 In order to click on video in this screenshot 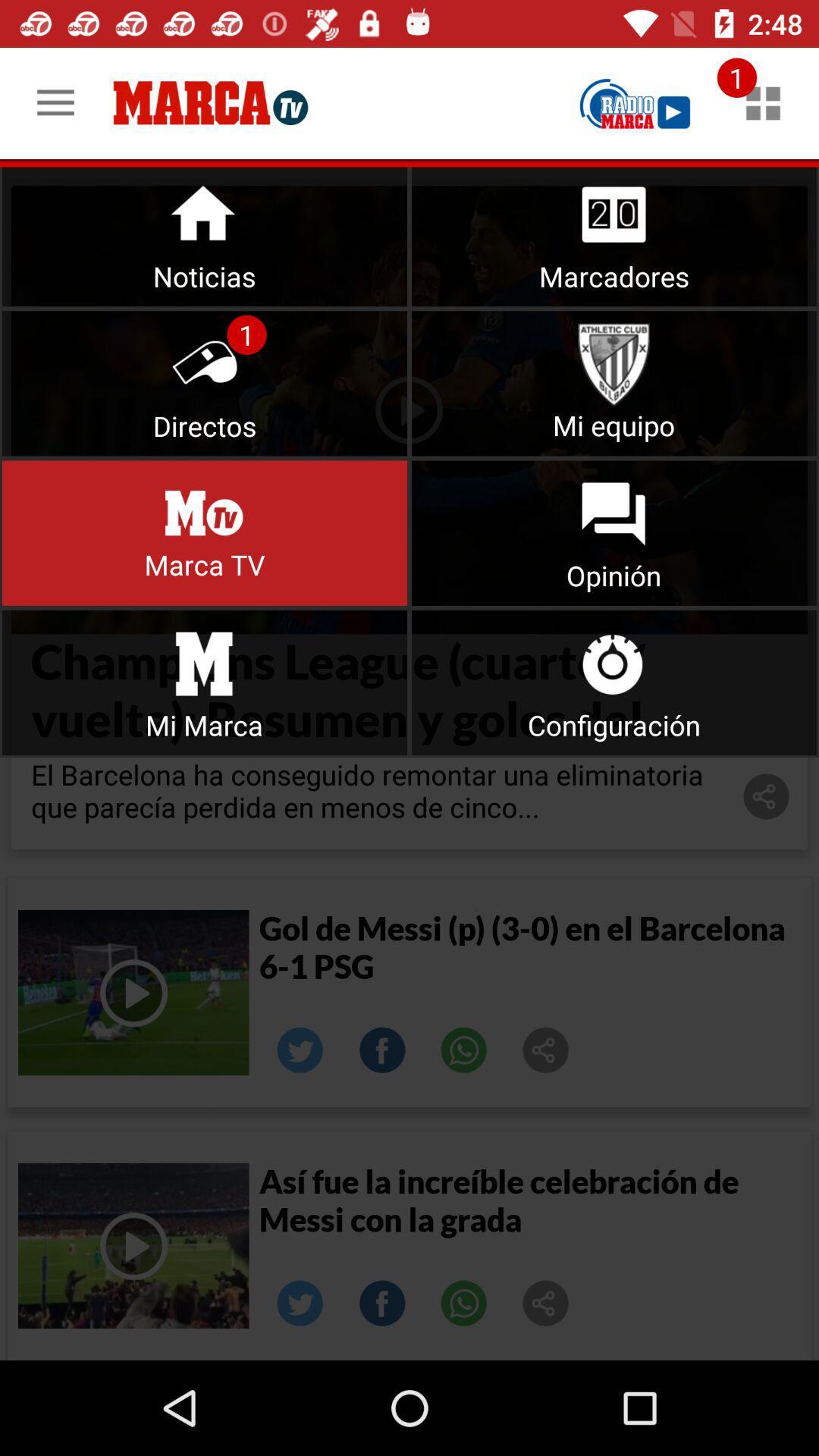, I will do `click(133, 993)`.